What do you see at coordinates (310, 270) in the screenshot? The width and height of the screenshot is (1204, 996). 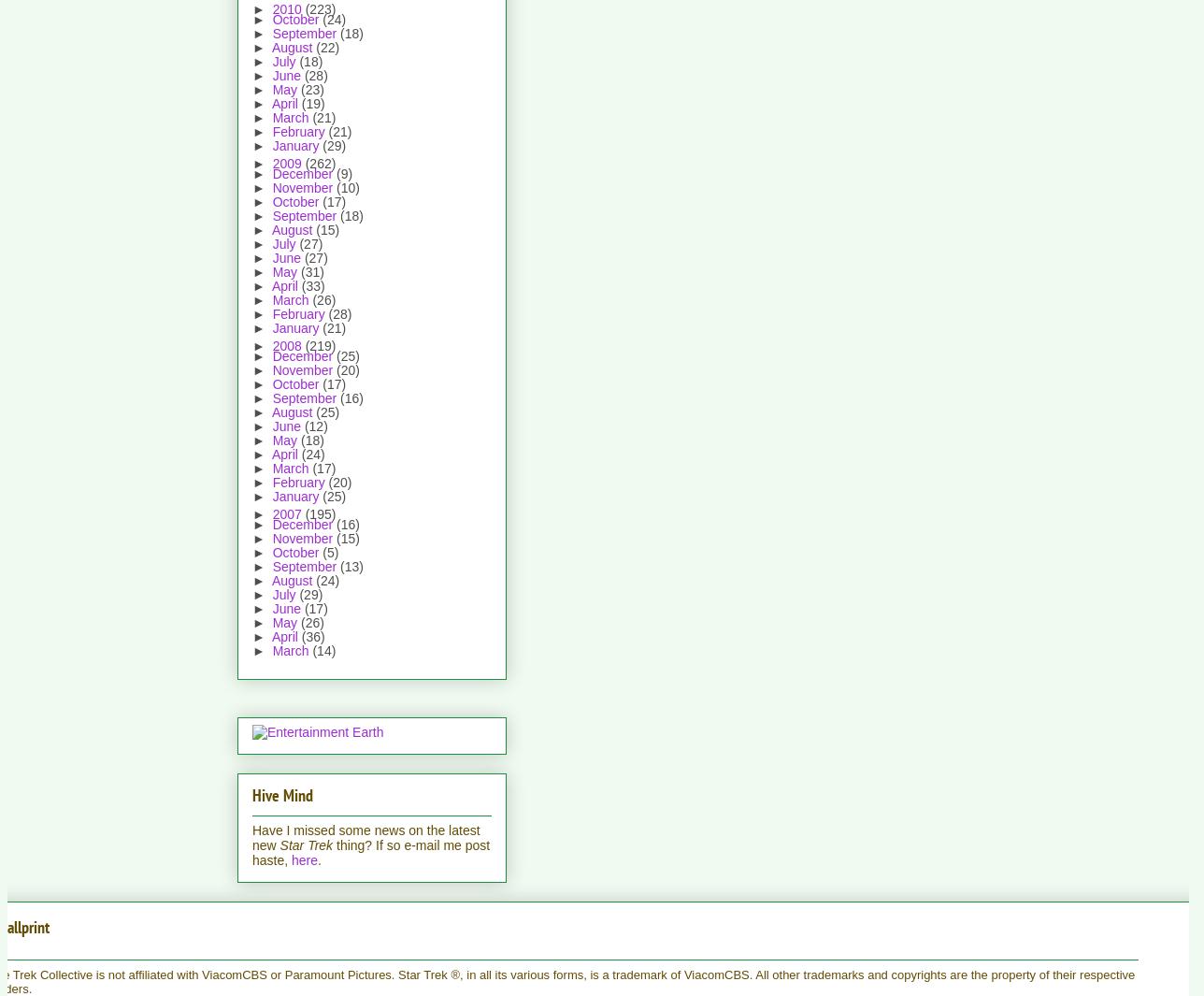 I see `'(31)'` at bounding box center [310, 270].